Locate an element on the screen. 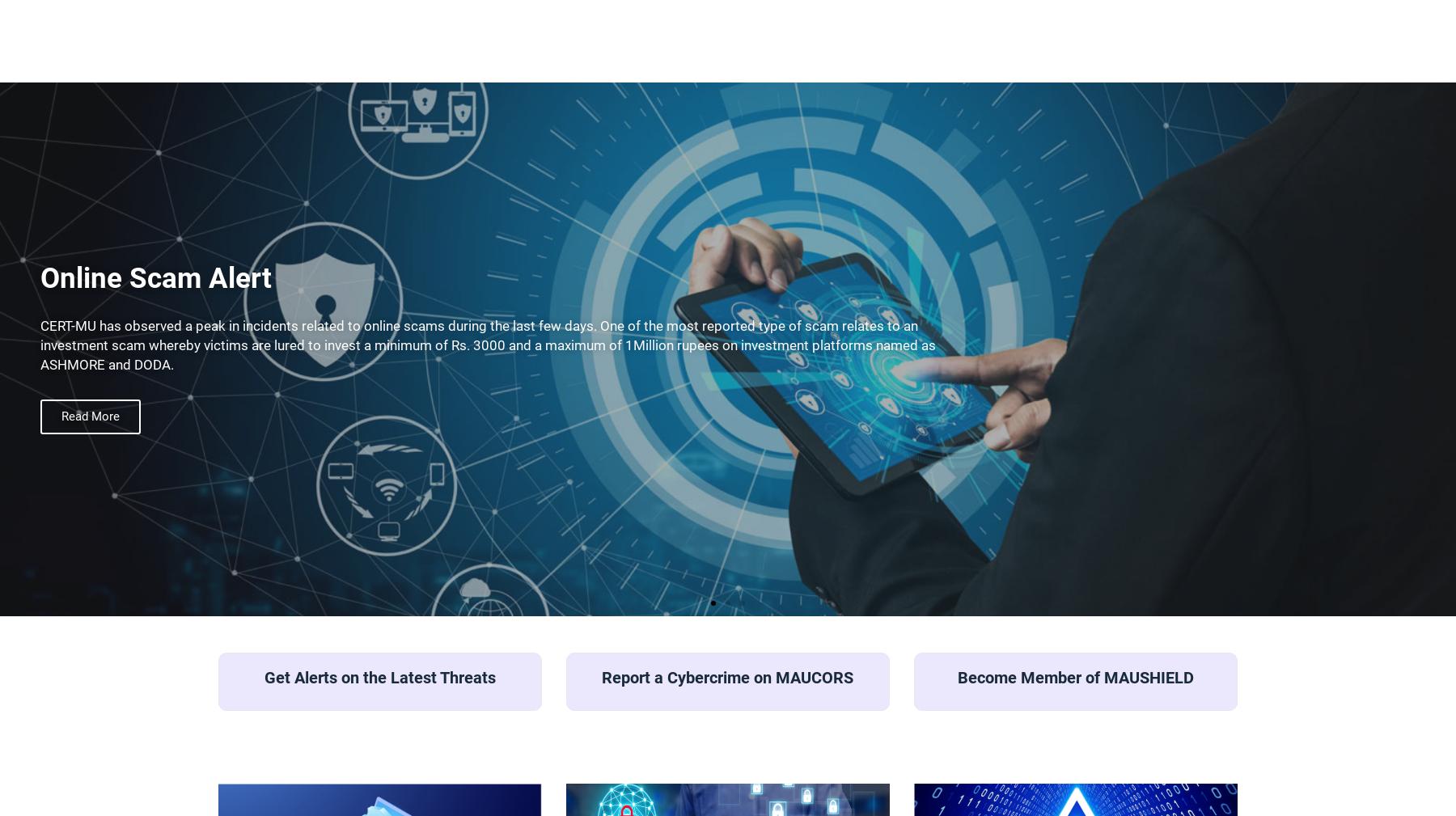 Image resolution: width=1456 pixels, height=816 pixels. 'Mandate & Mission' is located at coordinates (878, 109).